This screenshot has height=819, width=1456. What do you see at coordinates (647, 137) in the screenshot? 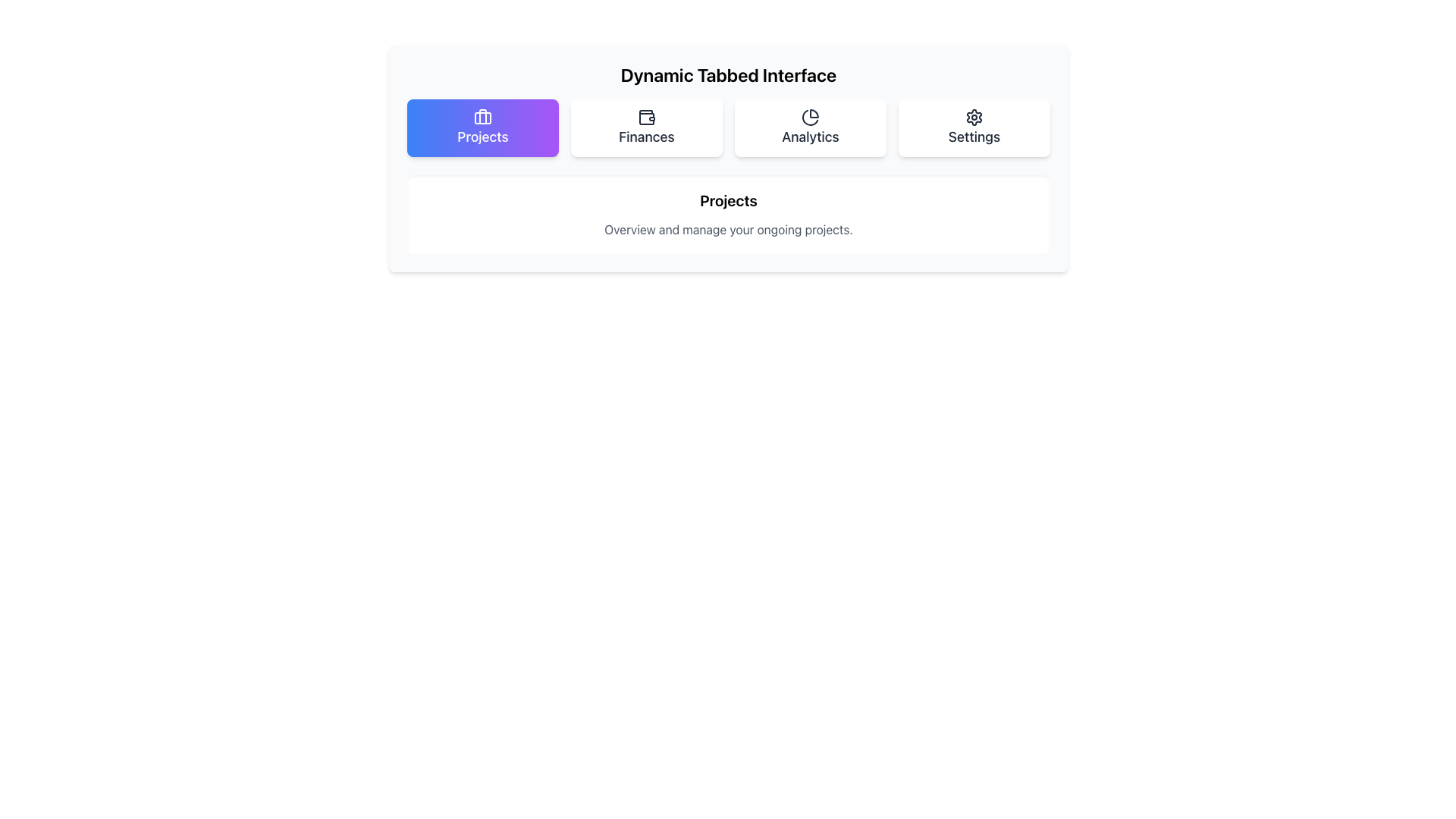
I see `the 'Finances' text label in the navigation bar` at bounding box center [647, 137].